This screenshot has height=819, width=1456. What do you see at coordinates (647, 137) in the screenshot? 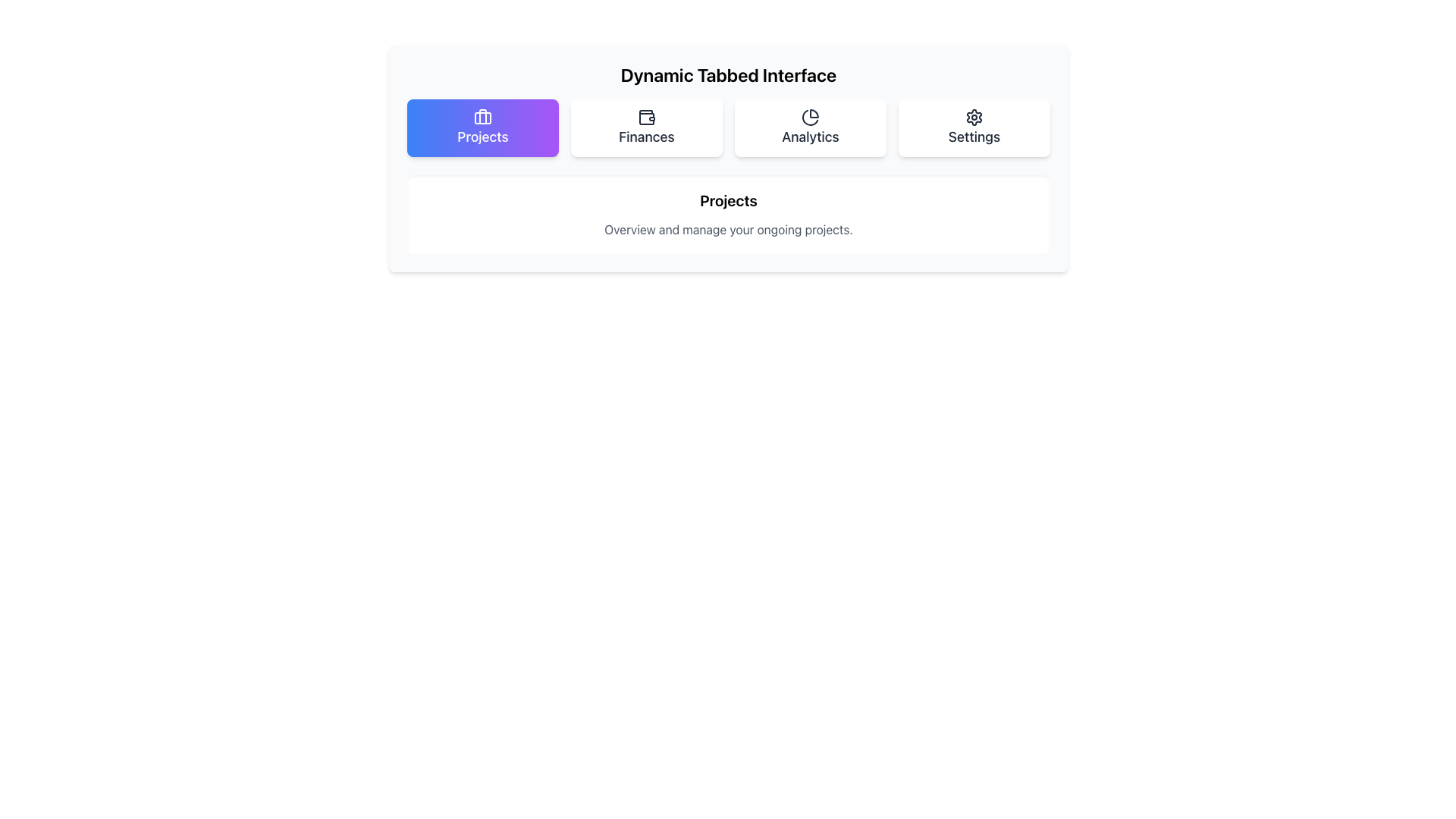
I see `the 'Finances' text label in the navigation bar` at bounding box center [647, 137].